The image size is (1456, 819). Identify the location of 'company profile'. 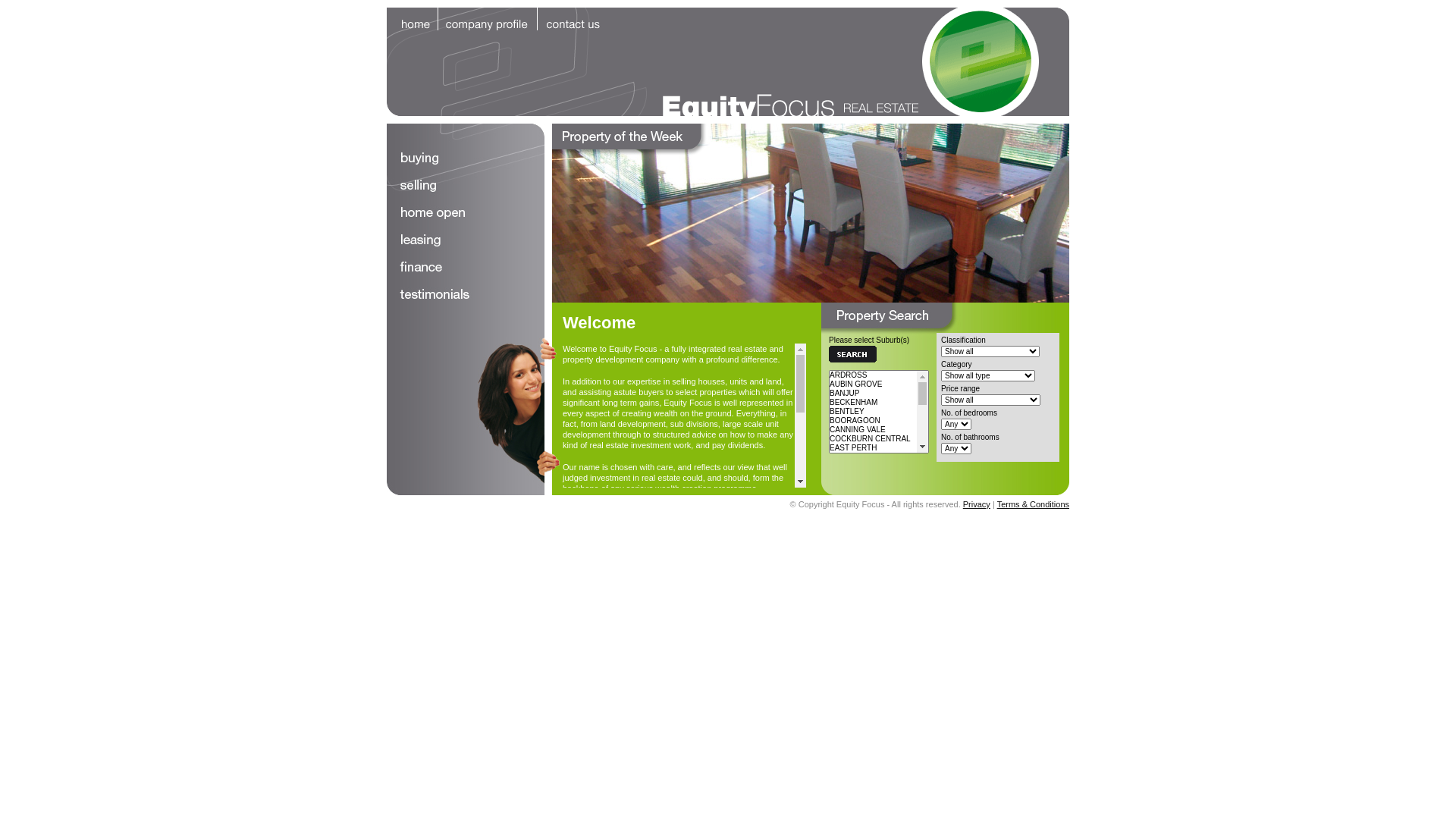
(488, 18).